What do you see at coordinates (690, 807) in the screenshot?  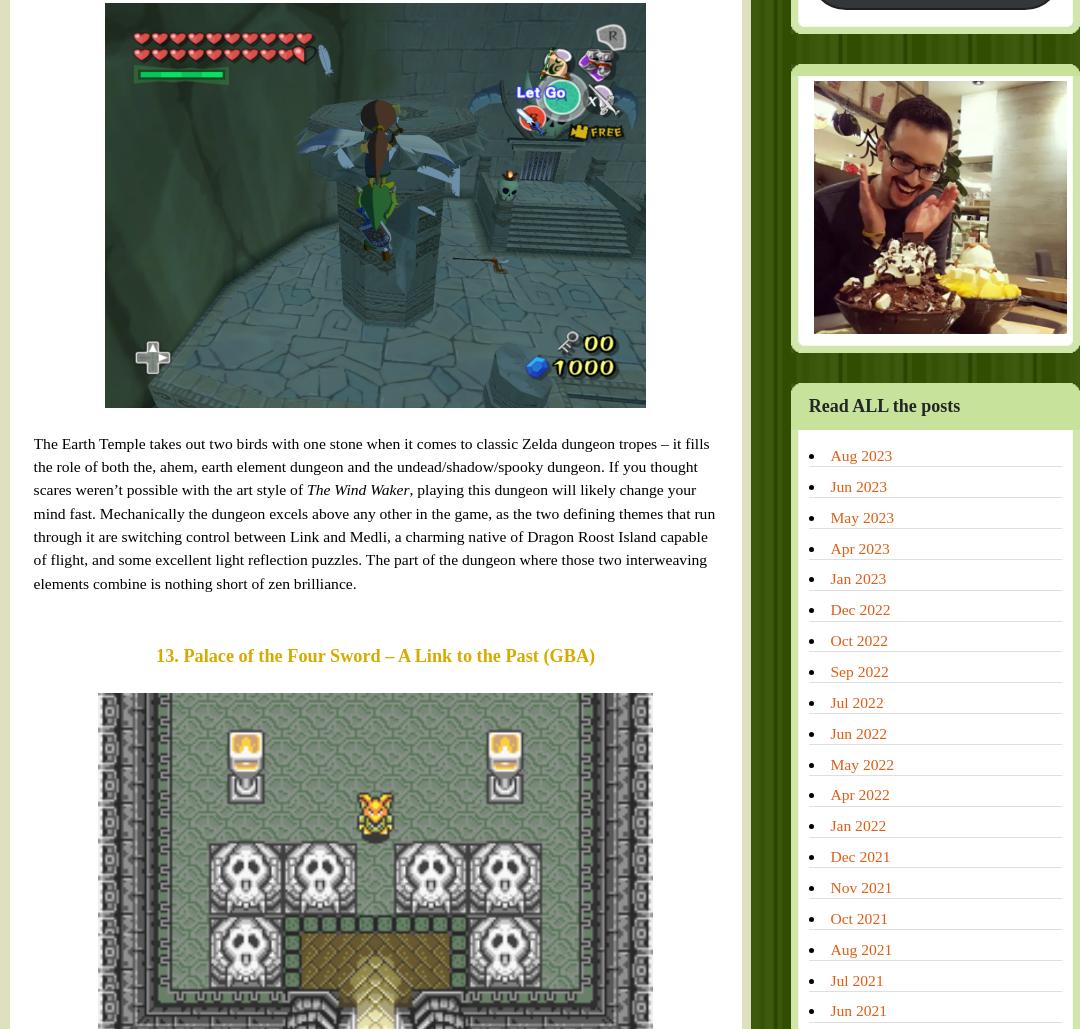 I see `'Aug 2019'` at bounding box center [690, 807].